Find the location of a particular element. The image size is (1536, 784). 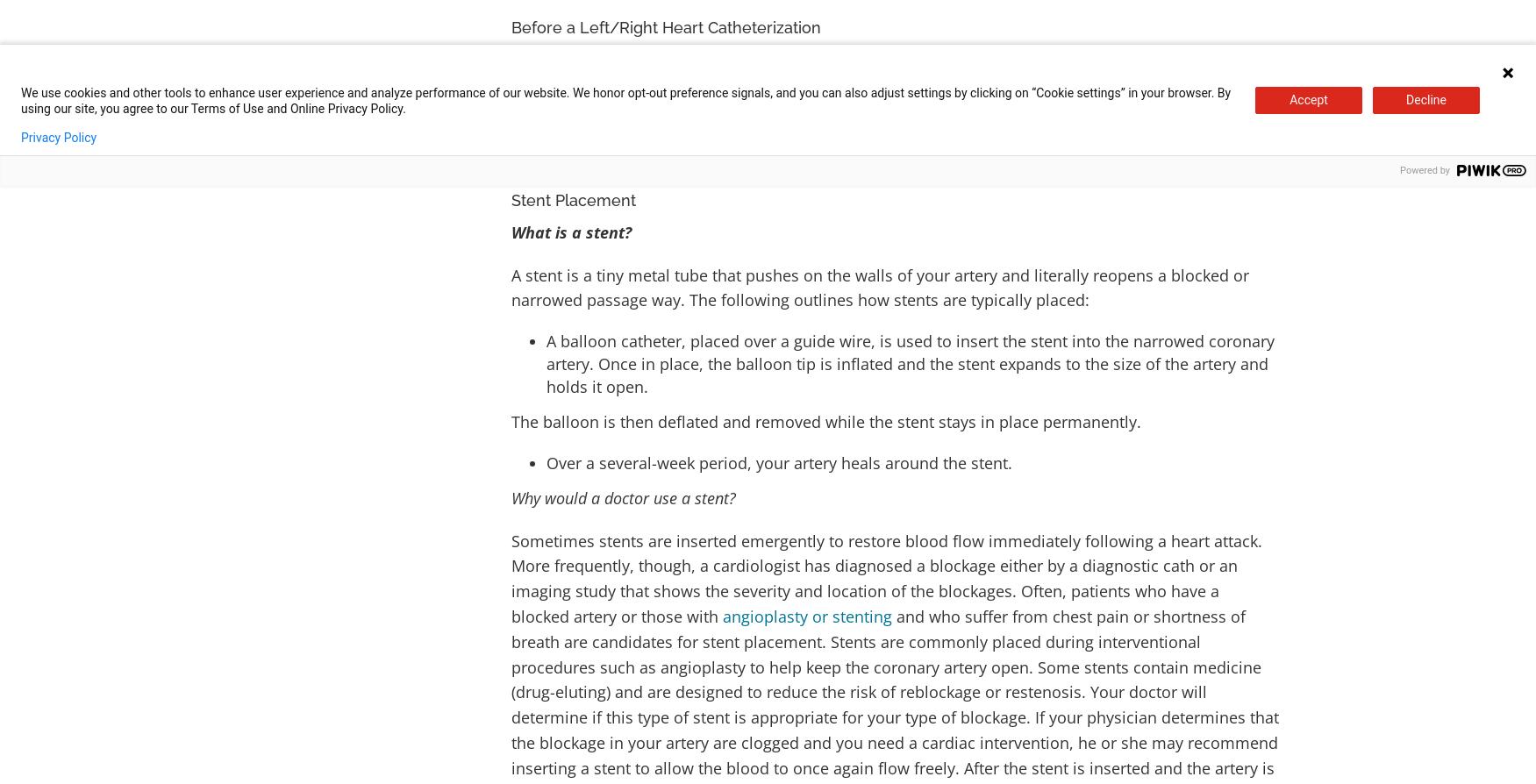

'The balloon is then deflated and removed while the stent stays in place permanently.' is located at coordinates (825, 420).